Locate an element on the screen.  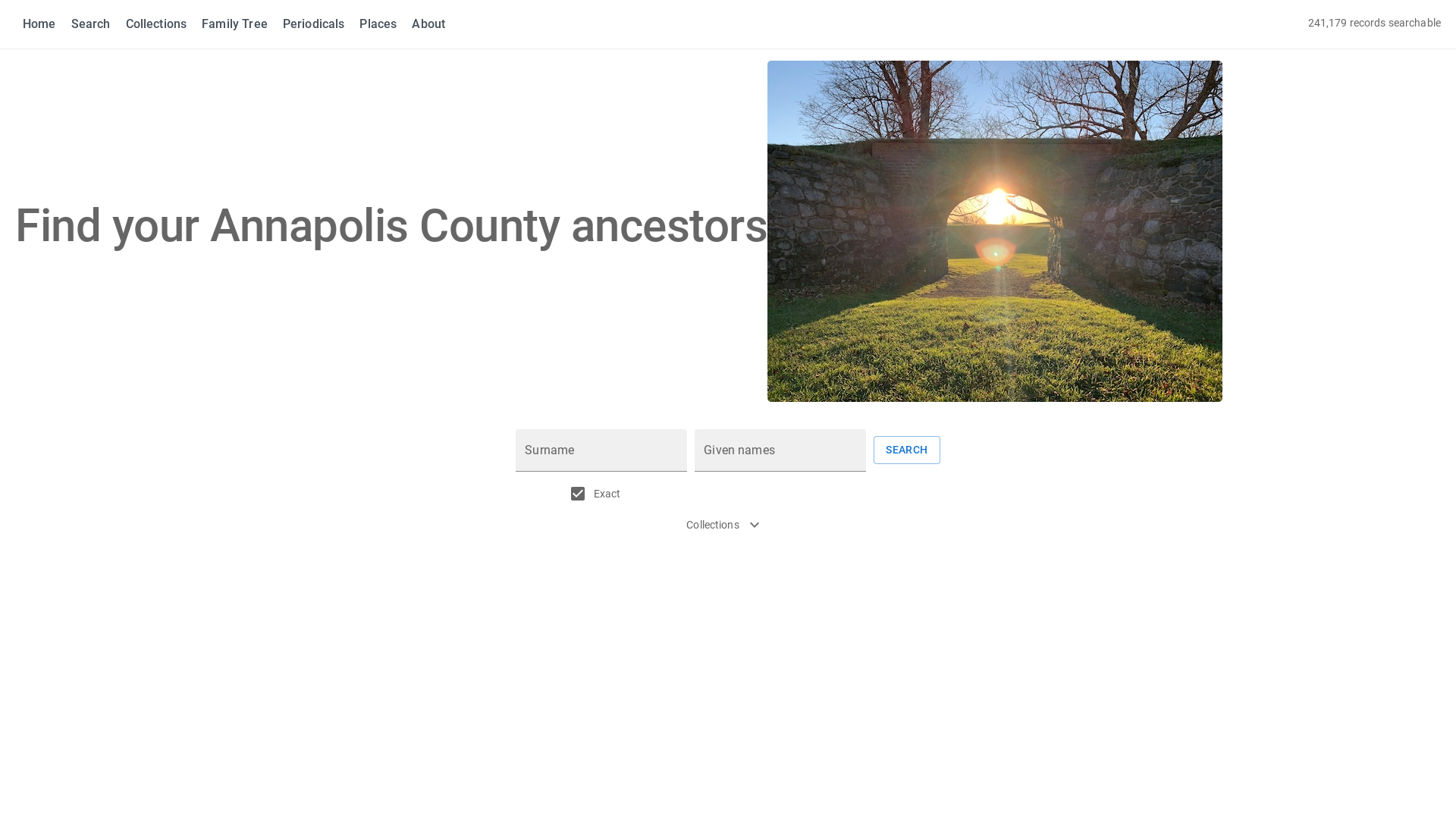
'Places' is located at coordinates (378, 24).